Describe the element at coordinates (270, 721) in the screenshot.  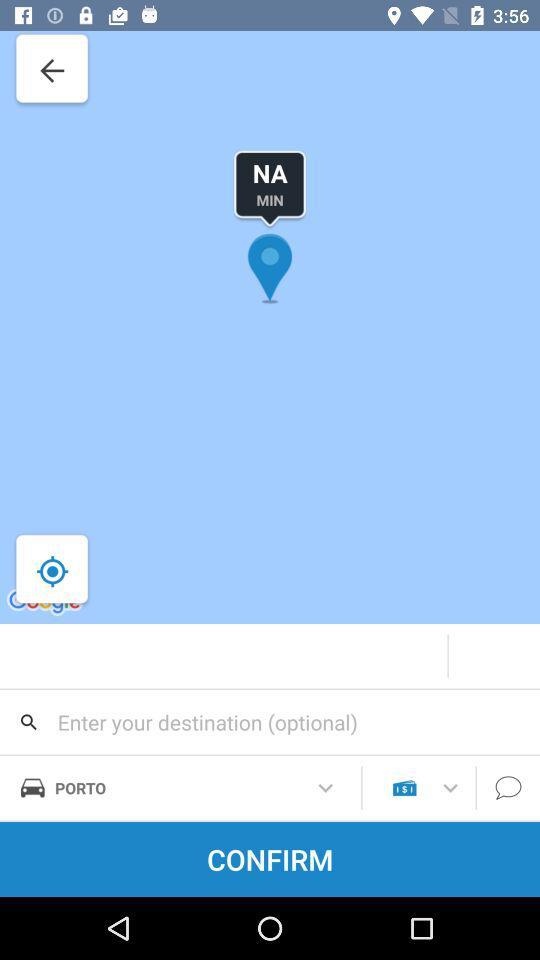
I see `your destination` at that location.